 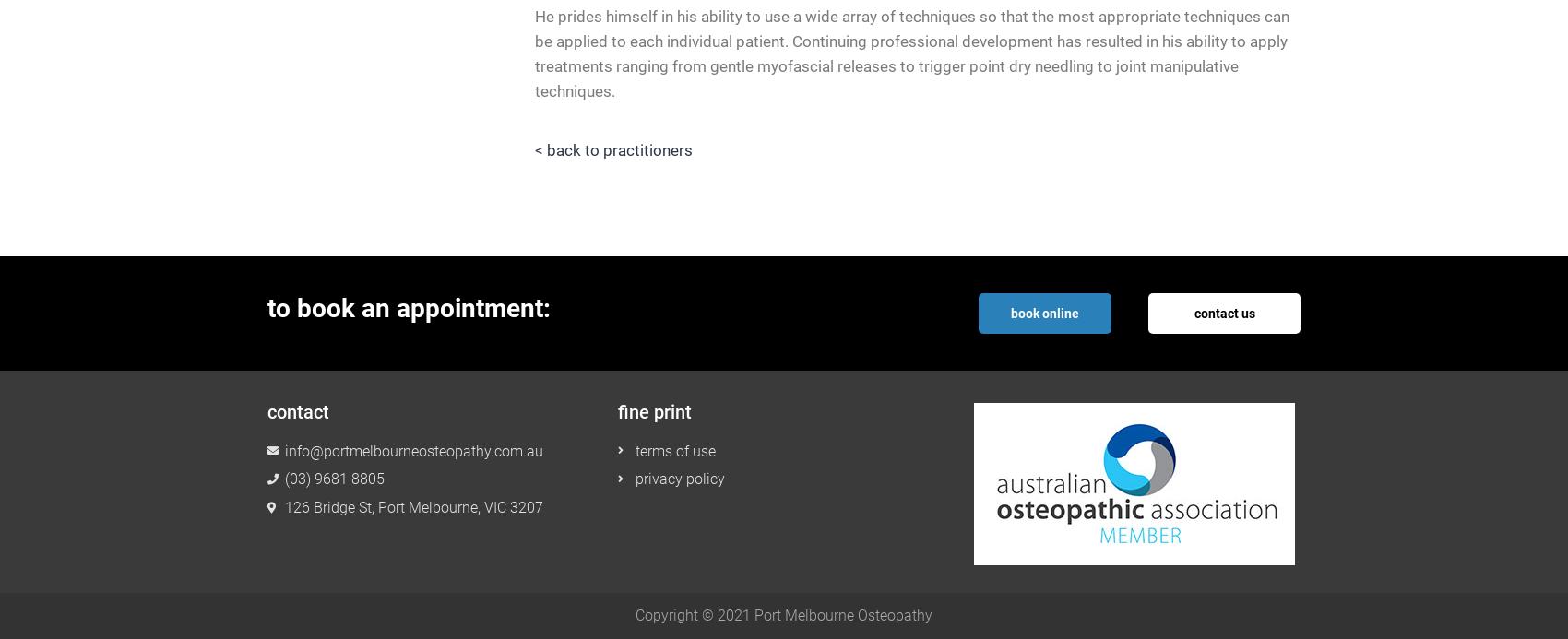 What do you see at coordinates (679, 479) in the screenshot?
I see `'privacy policy'` at bounding box center [679, 479].